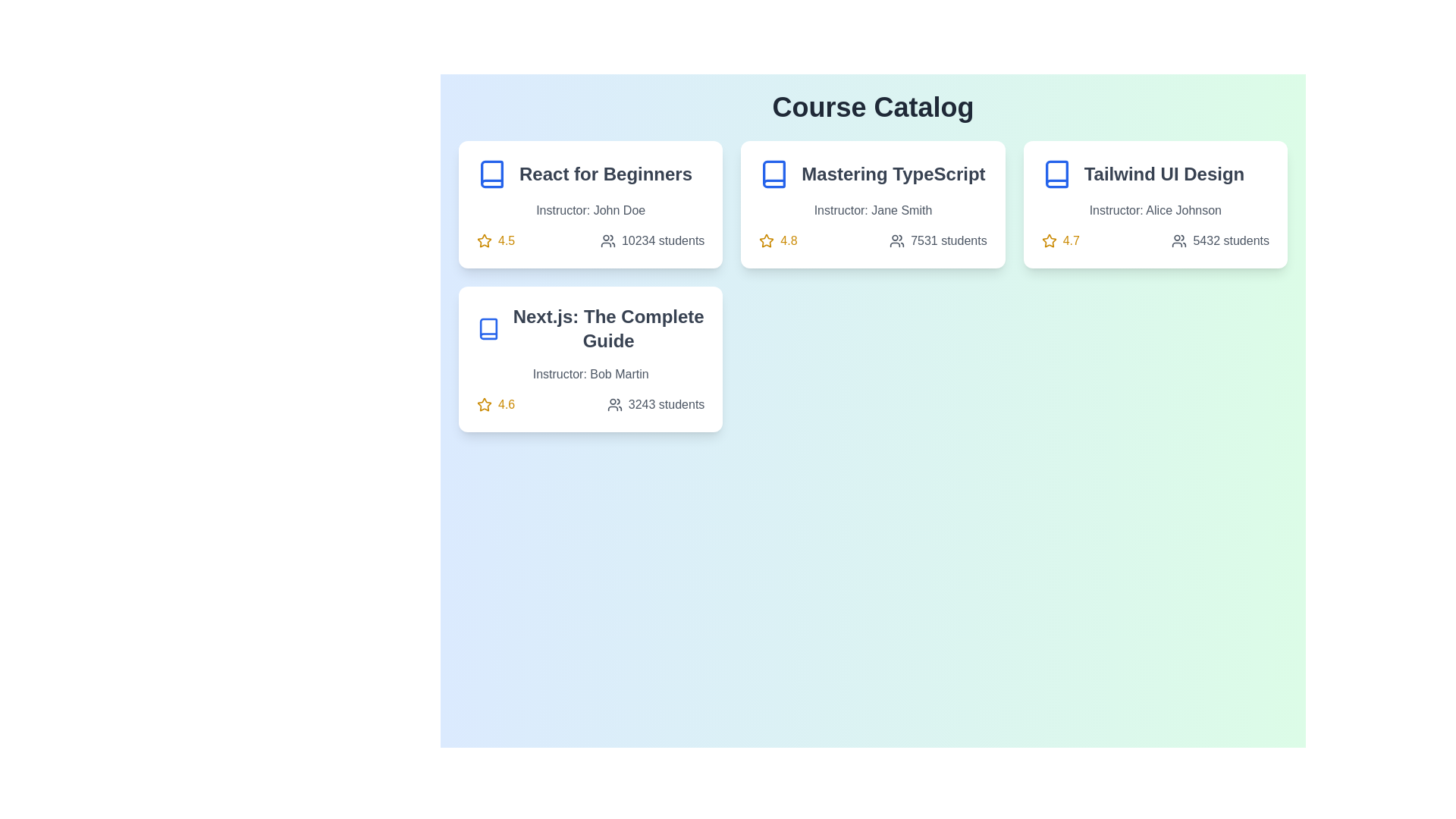 This screenshot has height=819, width=1456. I want to click on the text with the accompanying icon that provides information about the number of enrolled students in the bottom section of the third course card in the 'Course Catalog' layout, so click(656, 403).